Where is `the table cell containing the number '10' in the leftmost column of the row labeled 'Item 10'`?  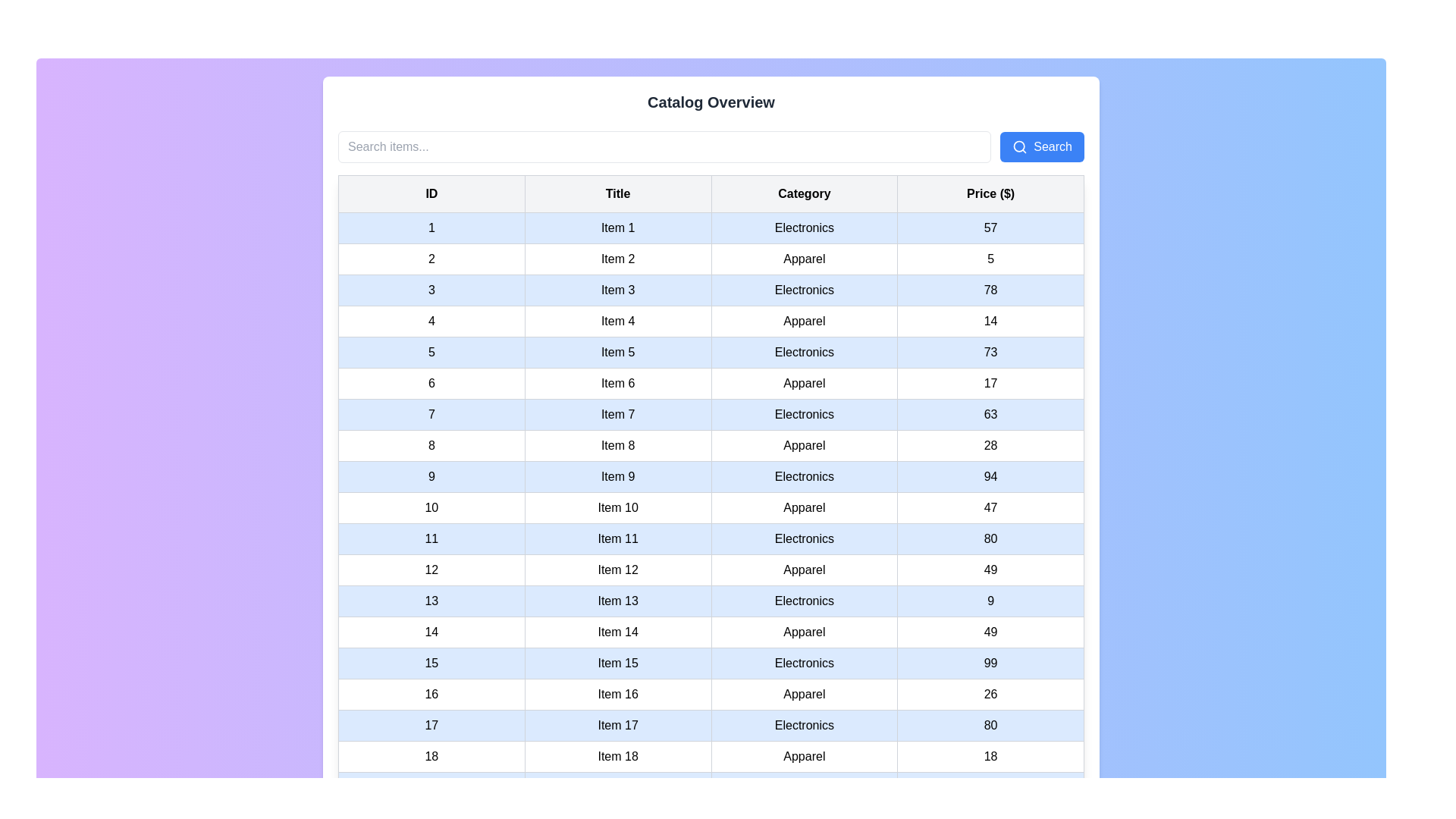 the table cell containing the number '10' in the leftmost column of the row labeled 'Item 10' is located at coordinates (431, 508).